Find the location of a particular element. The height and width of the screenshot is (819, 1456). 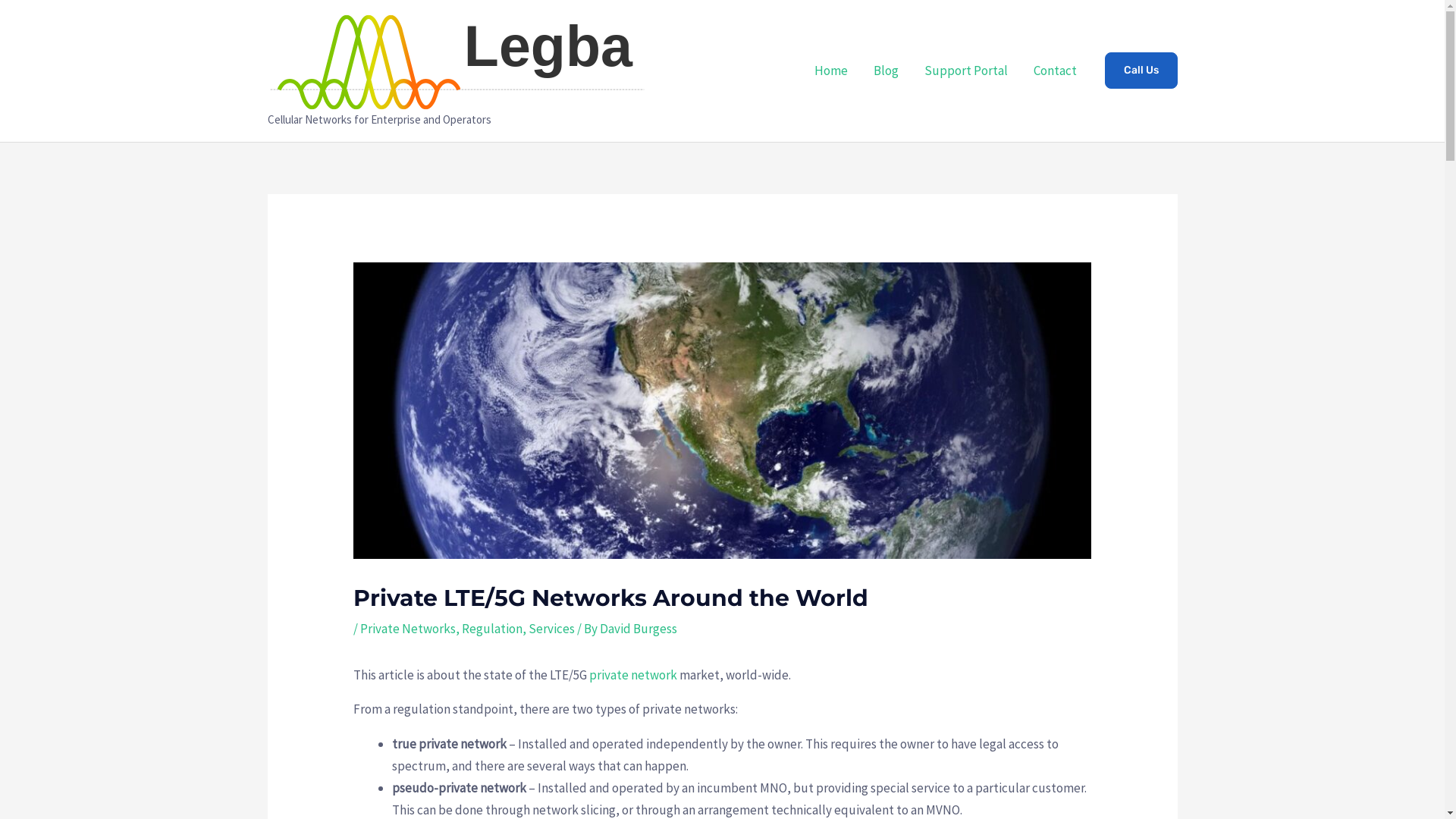

'Contact' is located at coordinates (1054, 70).